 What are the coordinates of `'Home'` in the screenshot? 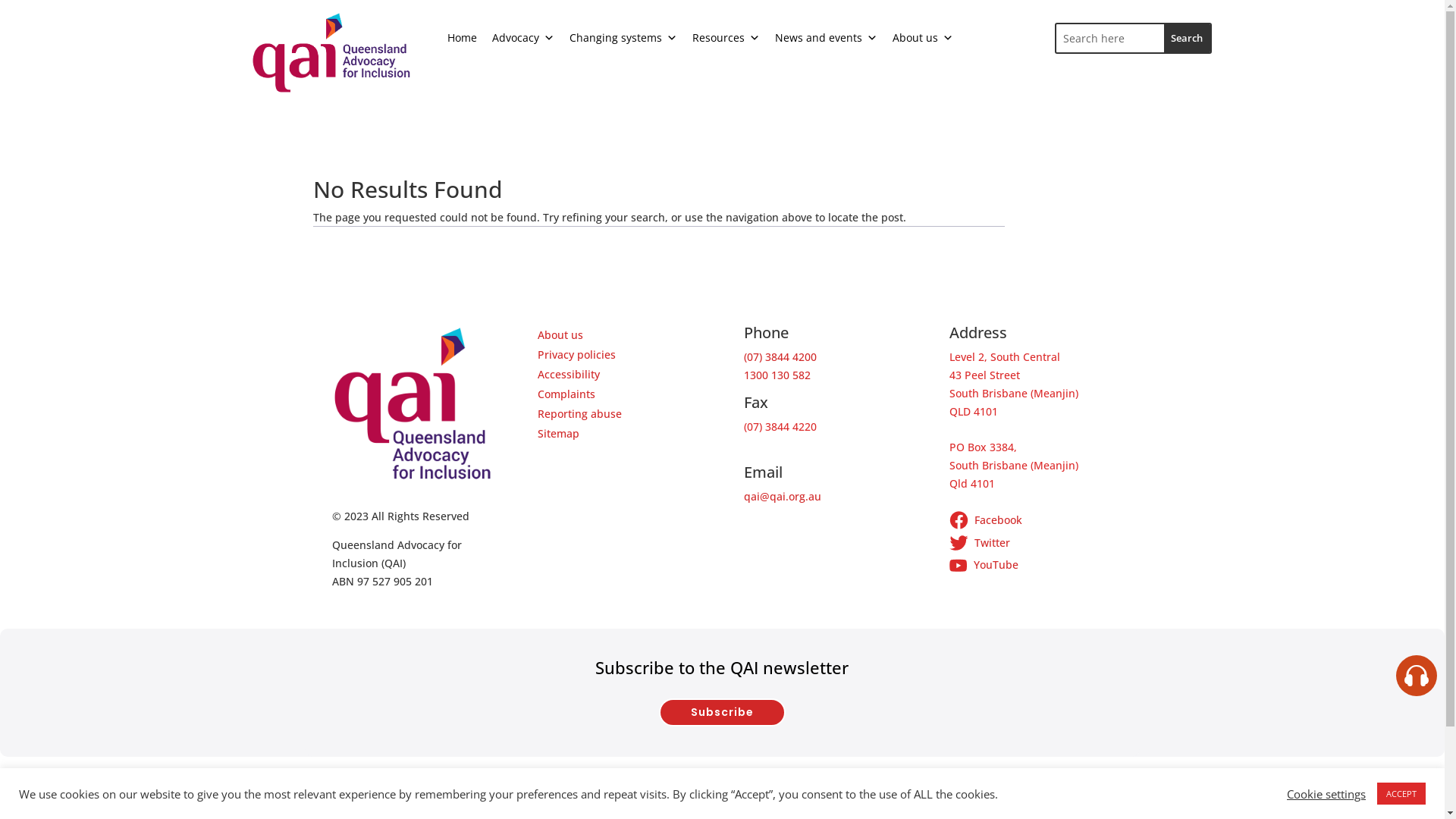 It's located at (461, 37).